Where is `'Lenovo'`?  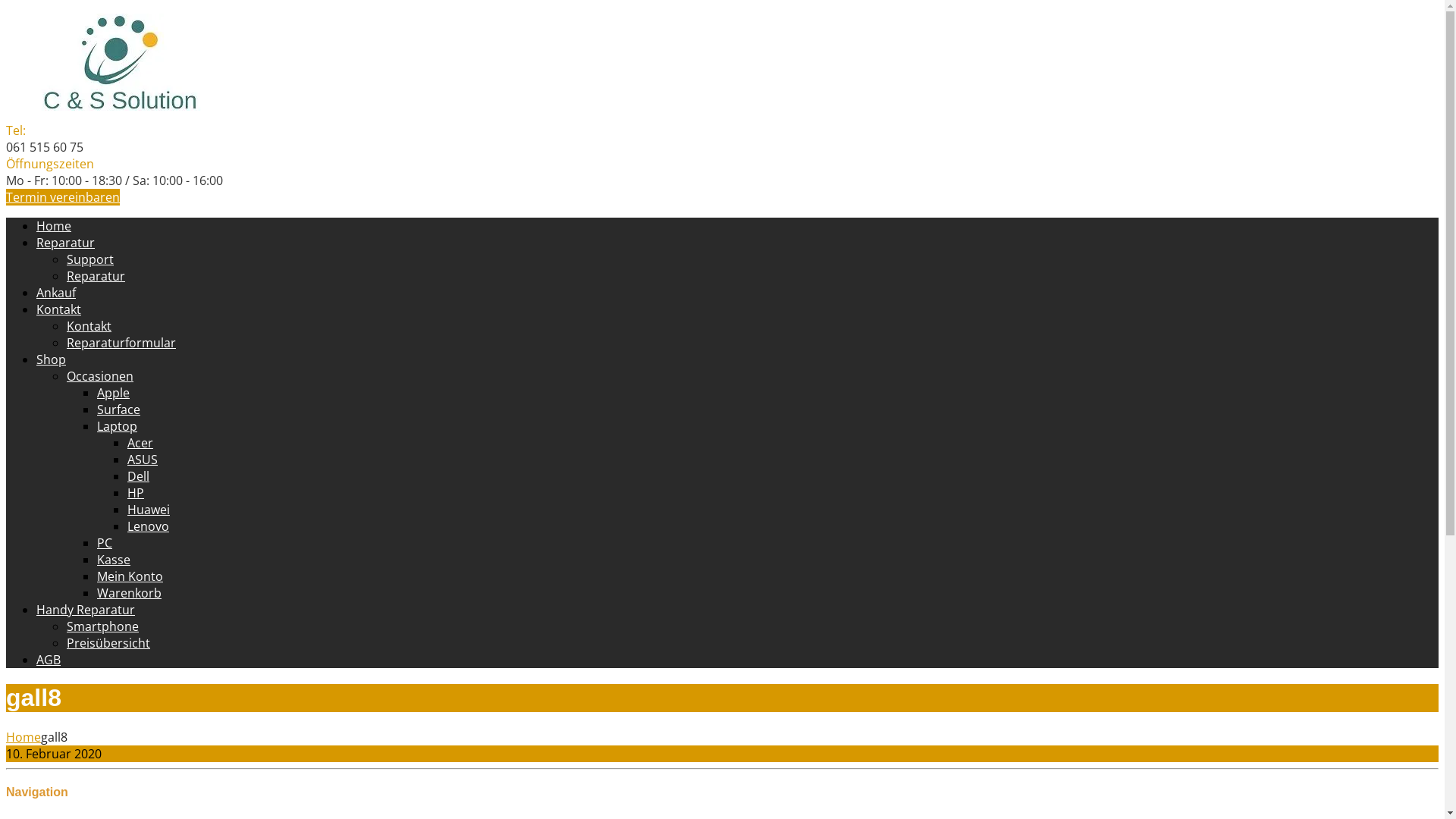
'Lenovo' is located at coordinates (148, 526).